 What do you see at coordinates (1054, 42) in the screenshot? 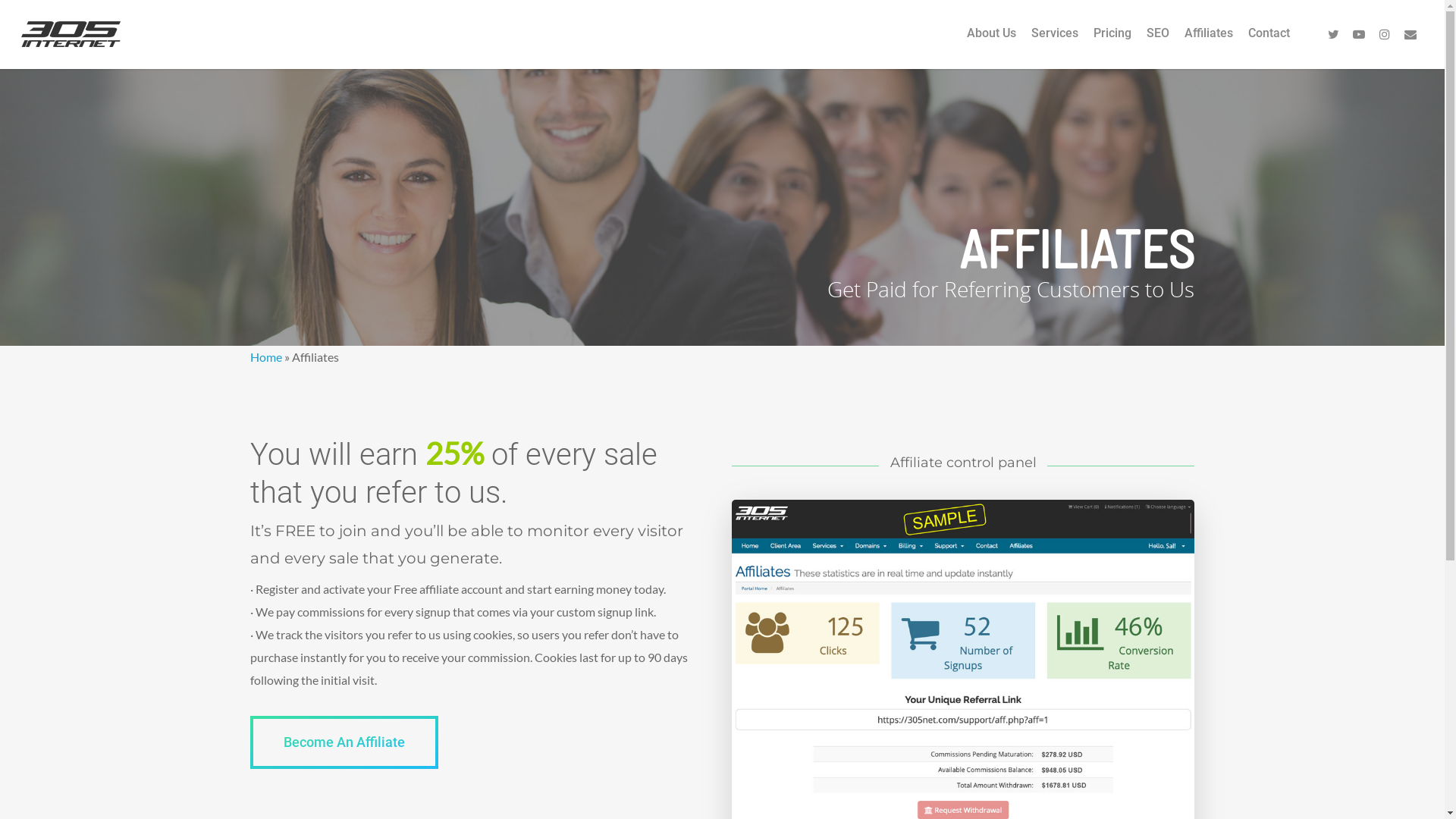
I see `'Services'` at bounding box center [1054, 42].